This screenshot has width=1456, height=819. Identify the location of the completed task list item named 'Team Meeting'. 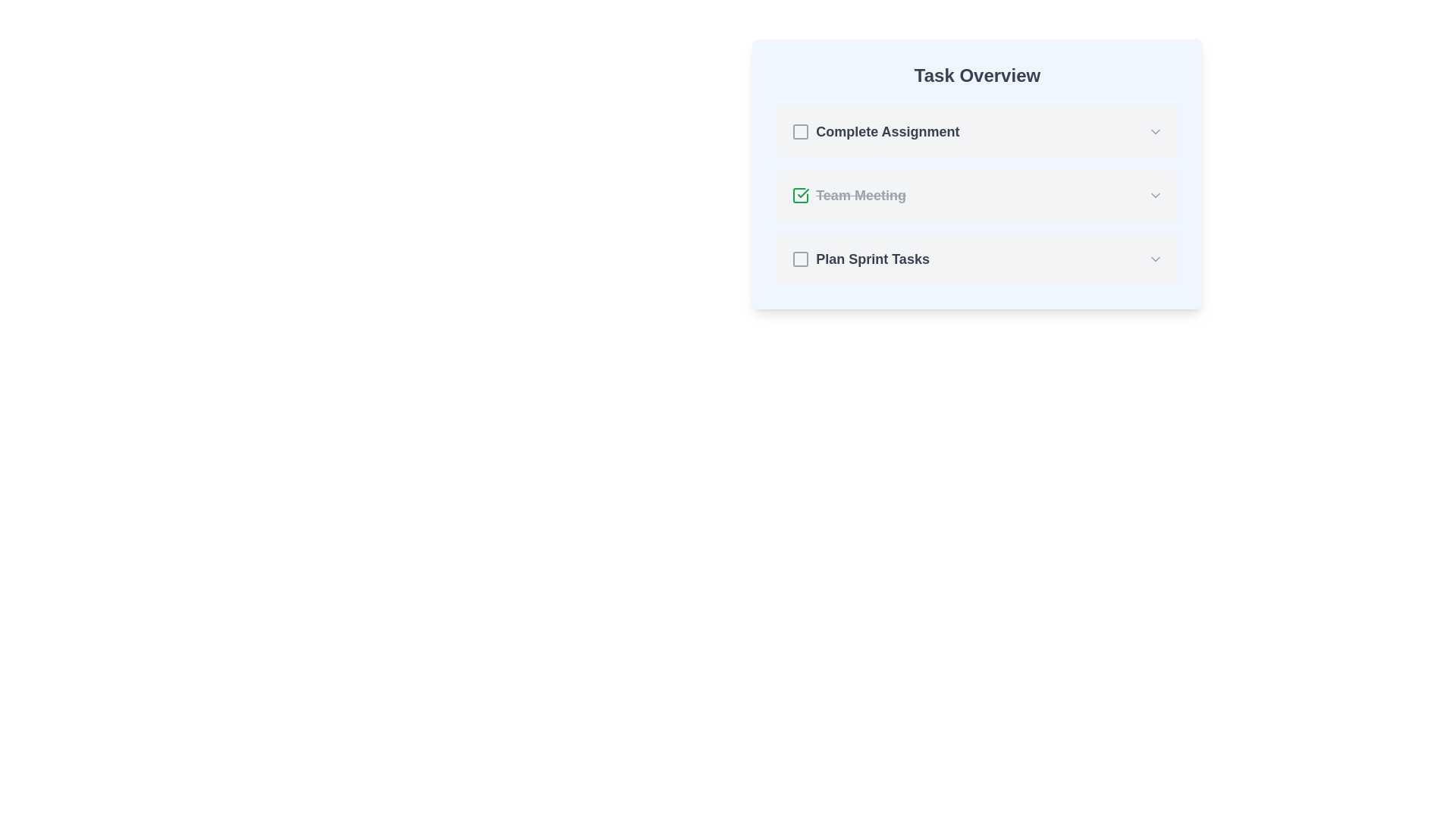
(977, 195).